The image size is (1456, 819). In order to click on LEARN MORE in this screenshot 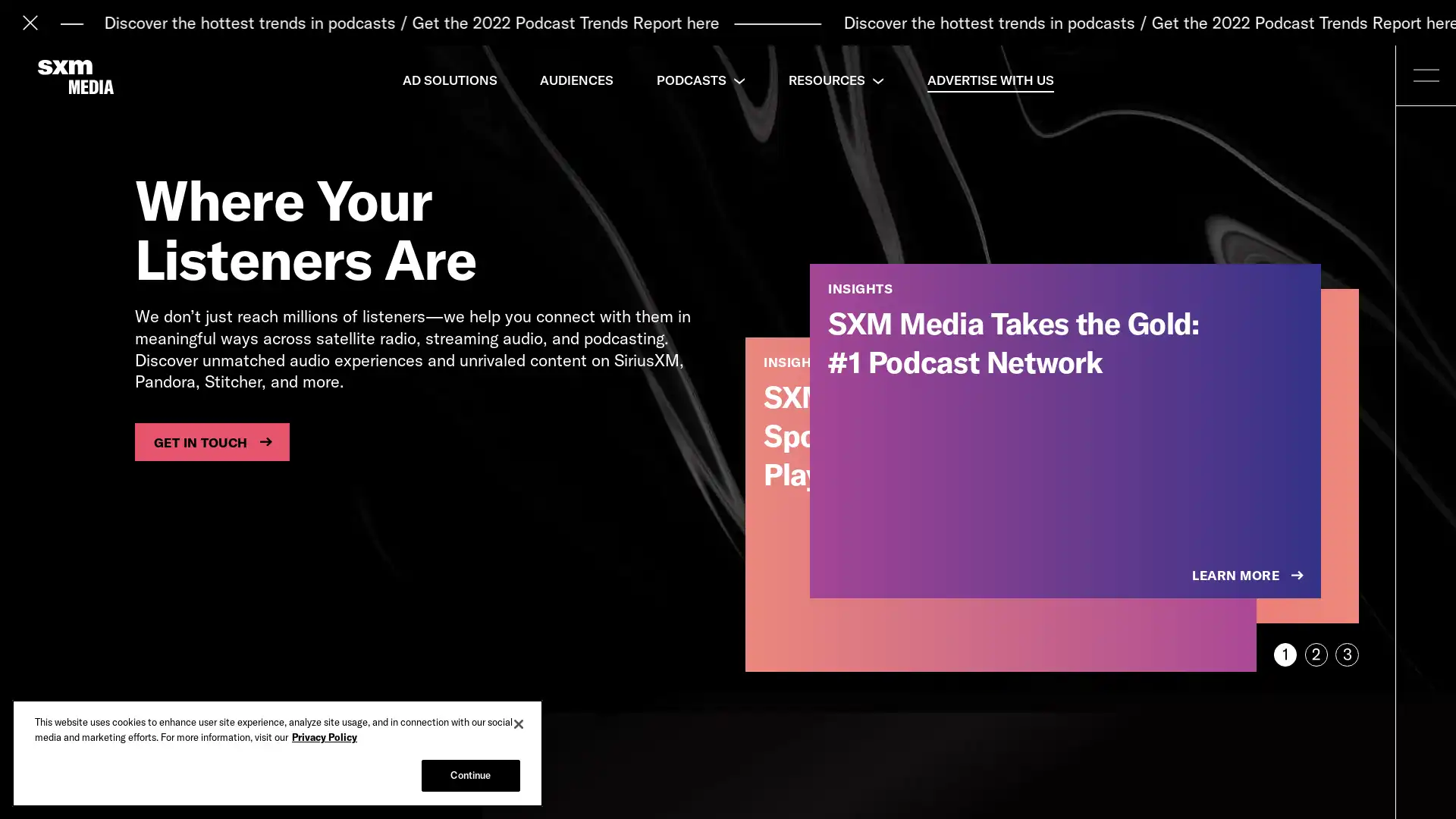, I will do `click(1249, 576)`.